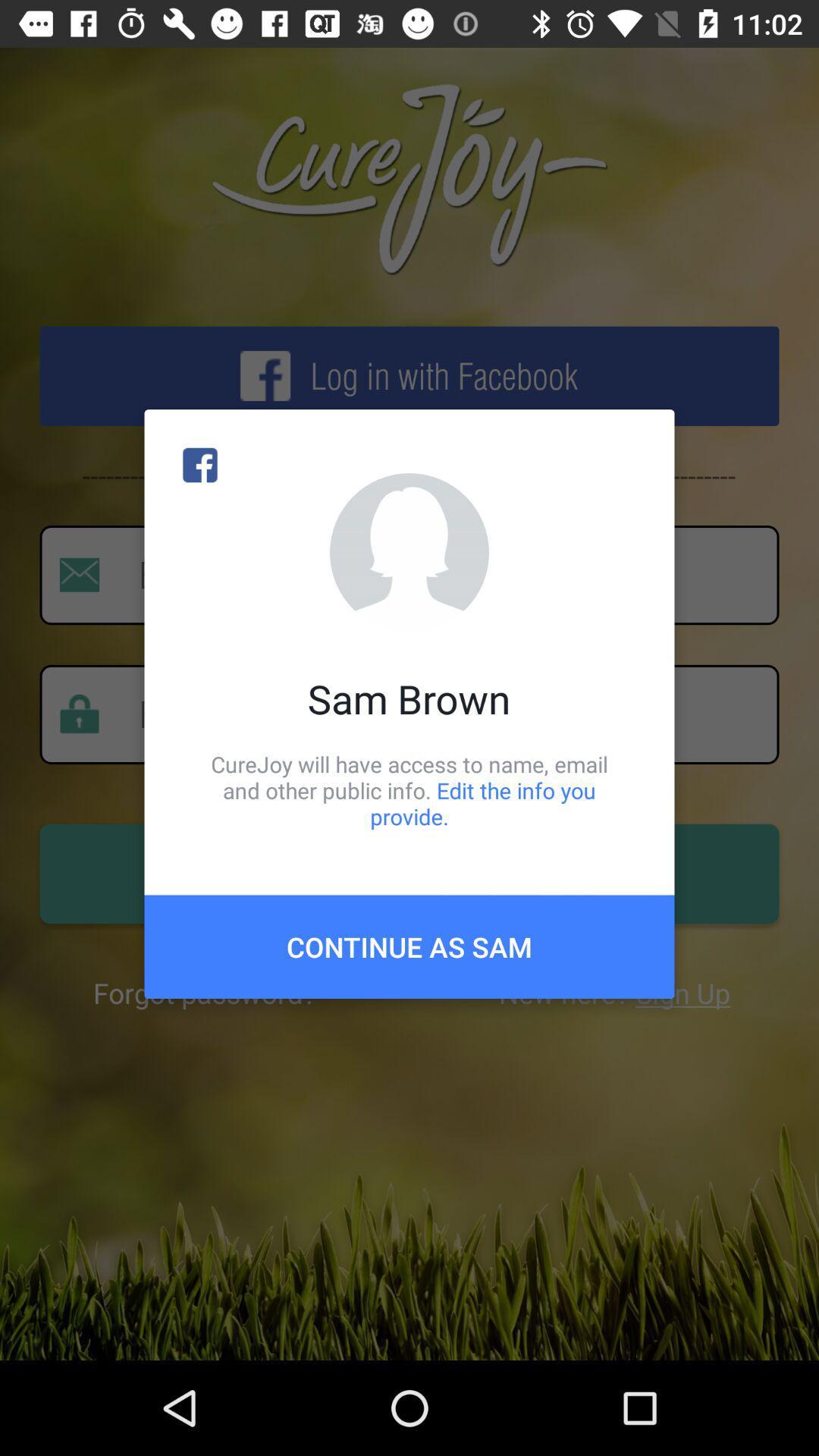 The width and height of the screenshot is (819, 1456). What do you see at coordinates (409, 789) in the screenshot?
I see `icon below sam brown icon` at bounding box center [409, 789].